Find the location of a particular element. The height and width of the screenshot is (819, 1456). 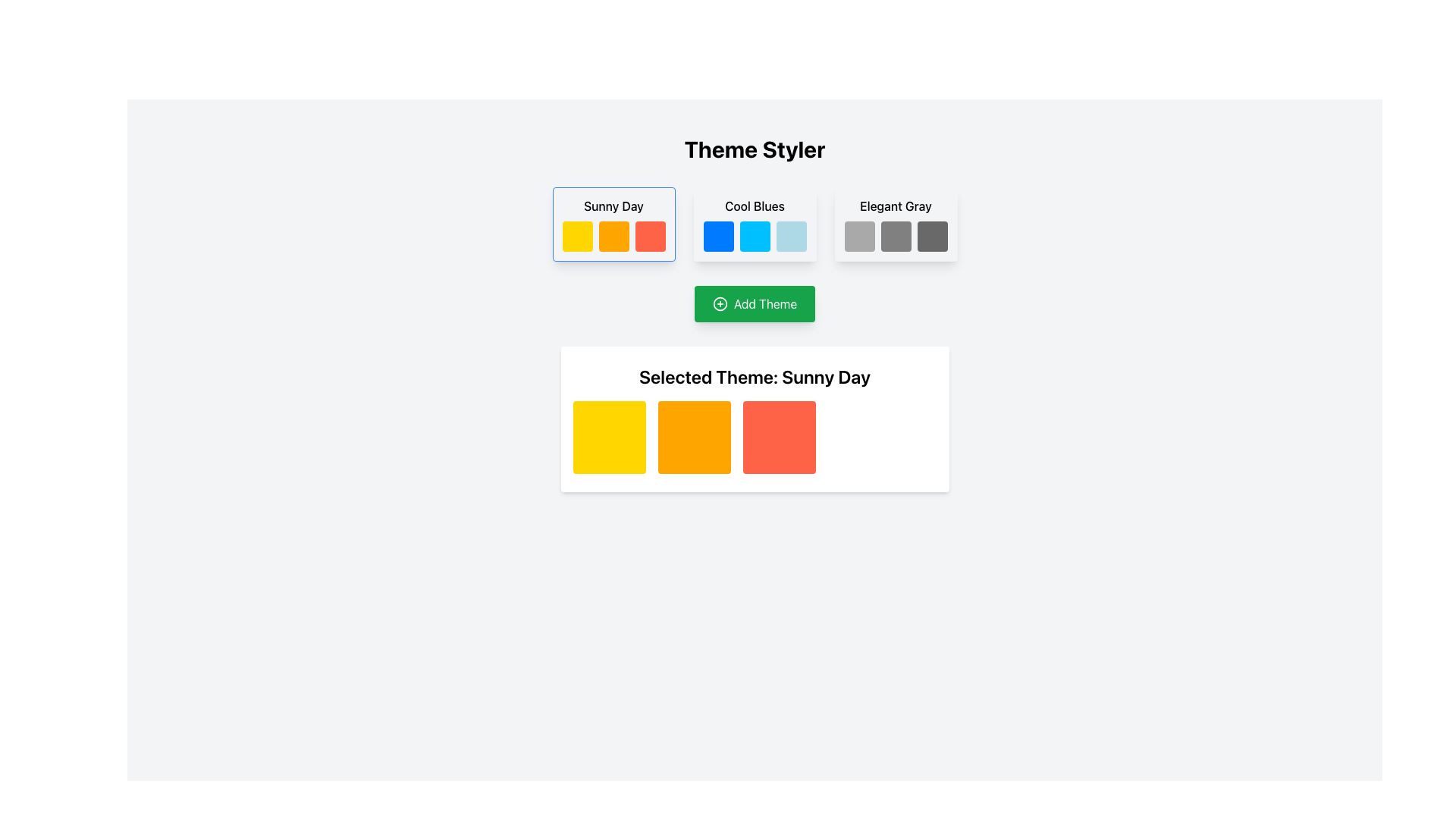

the first decorative shape indicating a color option in the theme palette located beneath the 'Elegant Gray' title is located at coordinates (859, 237).